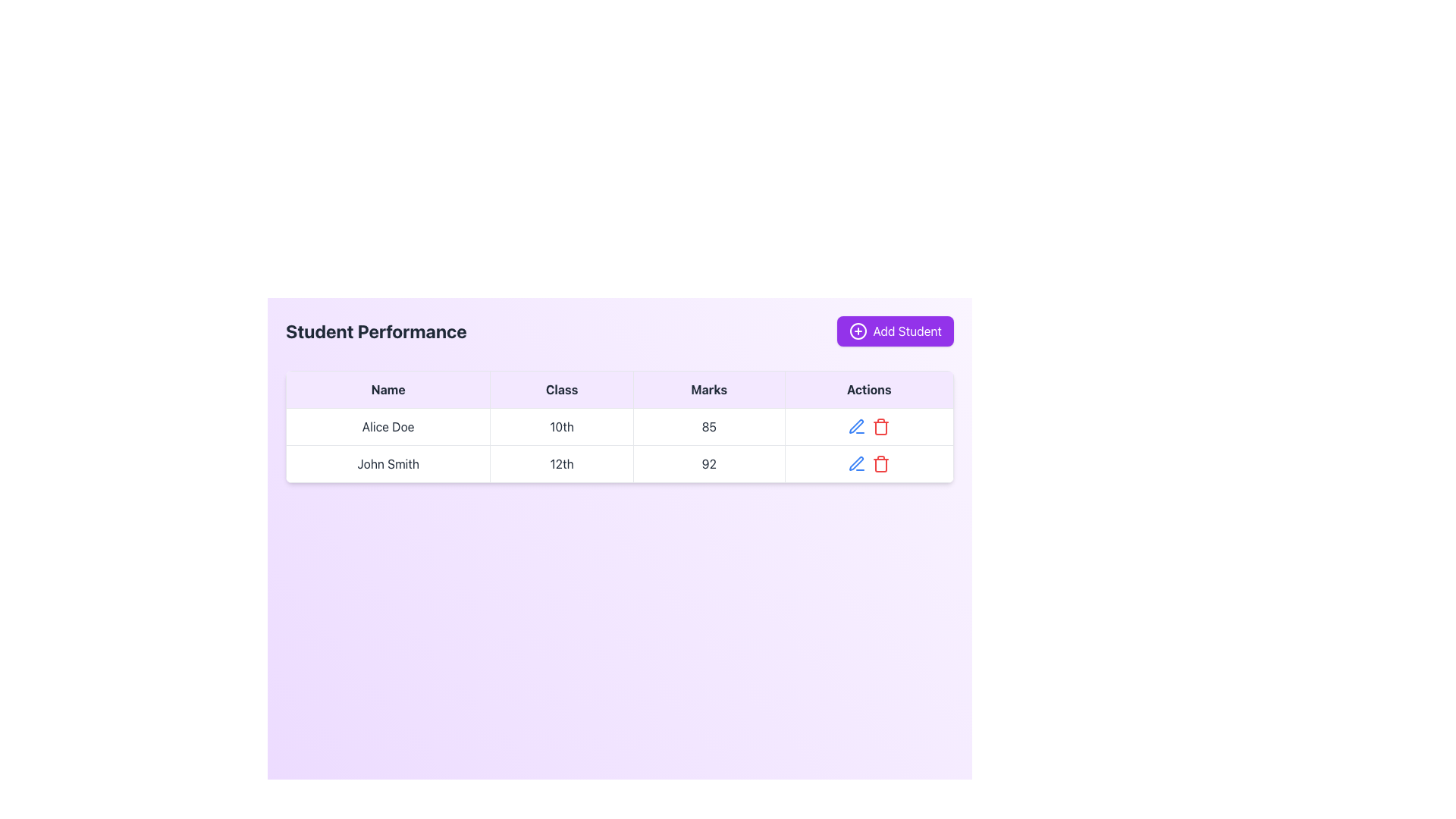 The width and height of the screenshot is (1456, 819). I want to click on the table cell content displaying 'Alice Doe', which is located in the first column of the first data row of the table, so click(388, 427).